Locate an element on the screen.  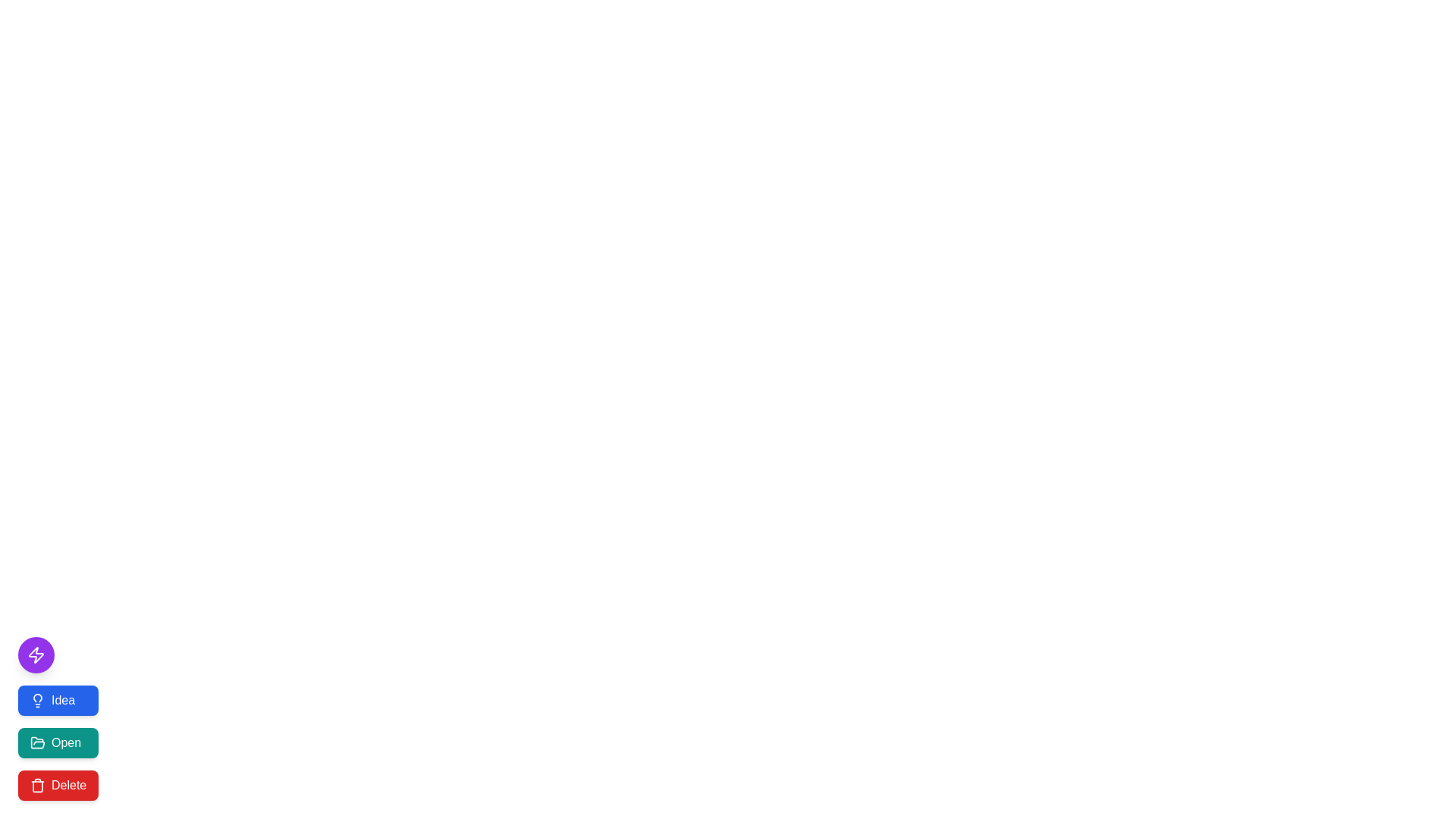
the 'Open' button, which is the second button in a vertical stack of three buttons is located at coordinates (58, 742).